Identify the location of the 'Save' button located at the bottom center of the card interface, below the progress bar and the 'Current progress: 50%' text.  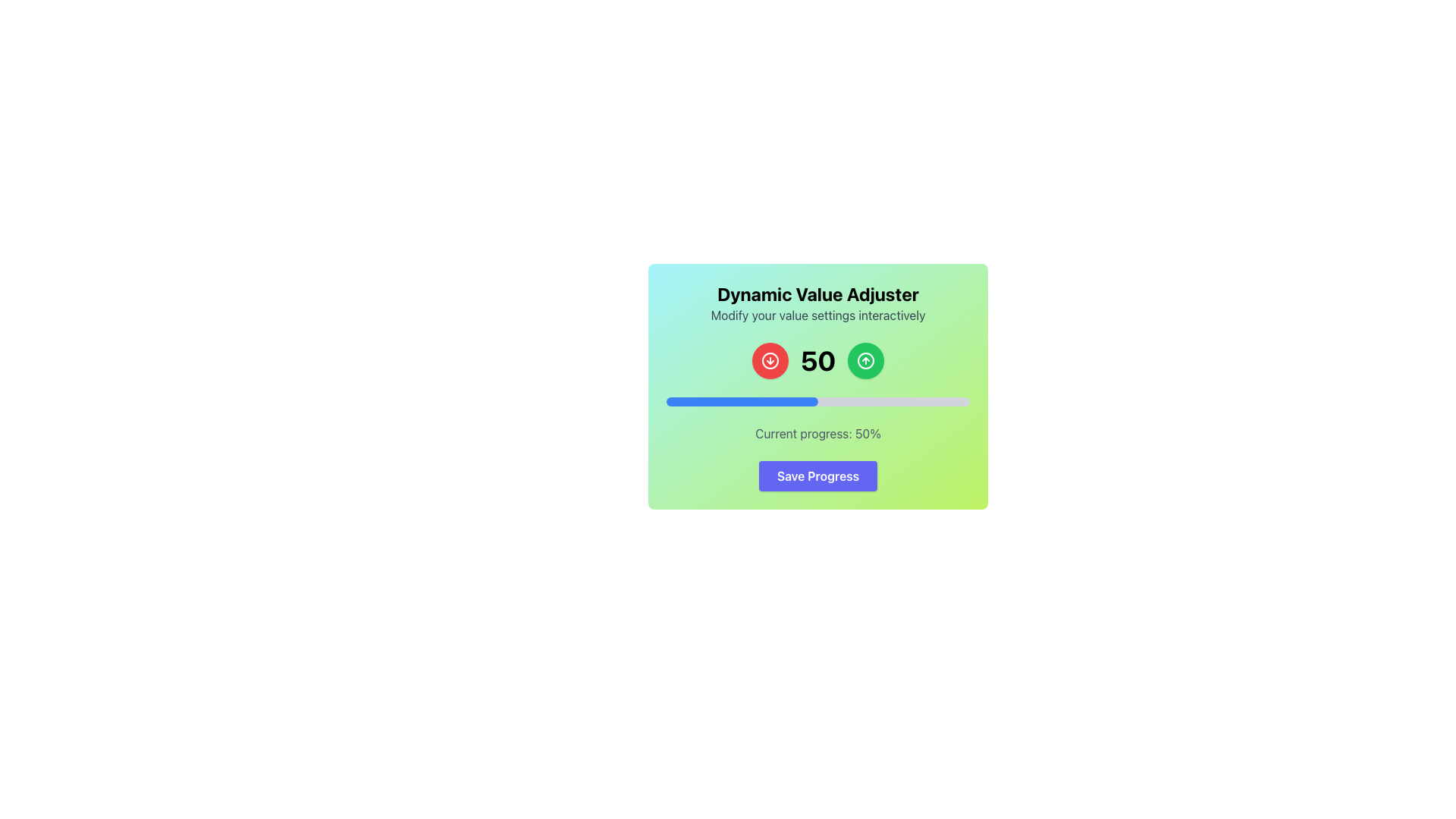
(817, 475).